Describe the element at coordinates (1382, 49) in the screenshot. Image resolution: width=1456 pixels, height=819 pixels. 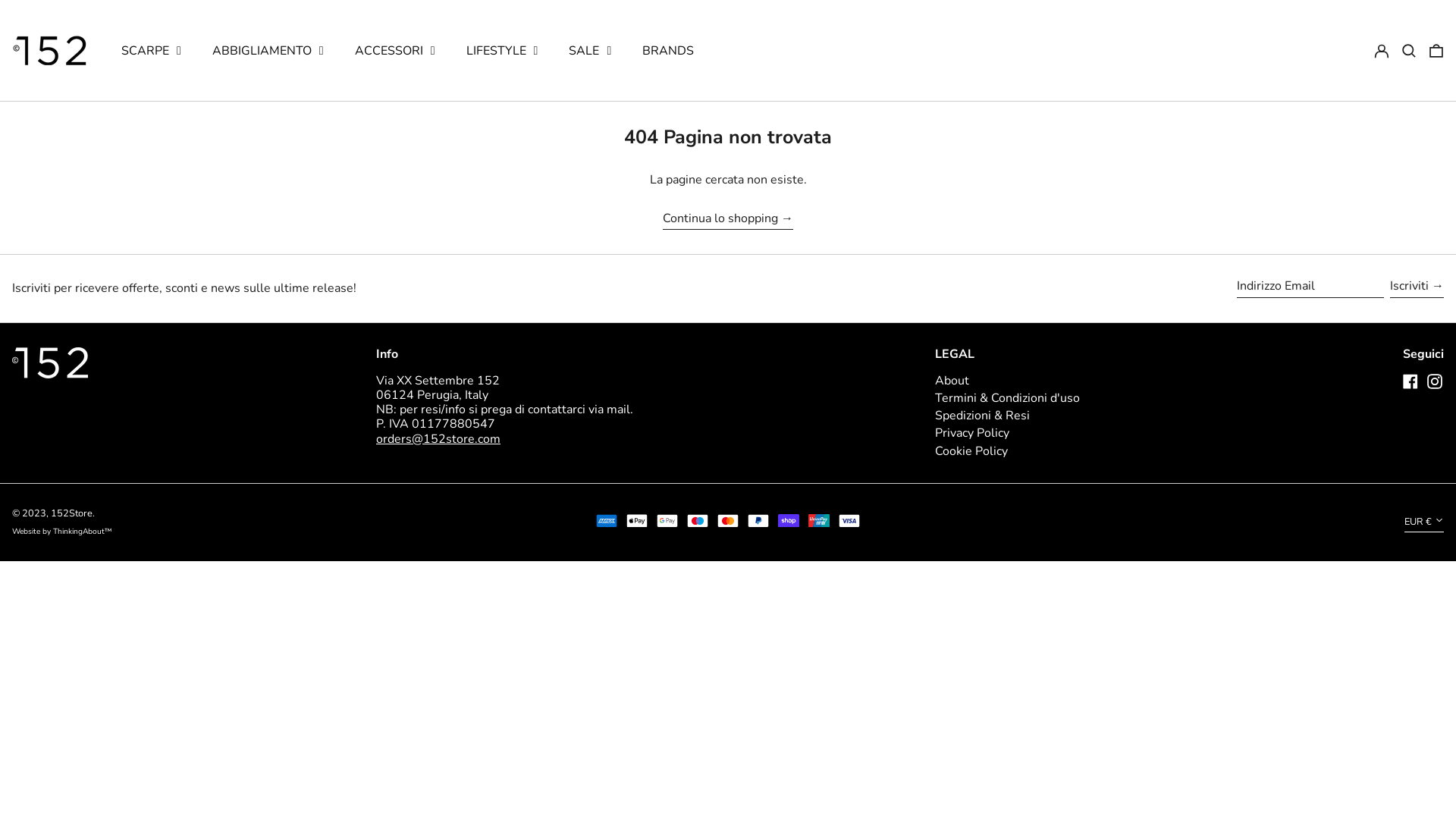
I see `'Log in'` at that location.